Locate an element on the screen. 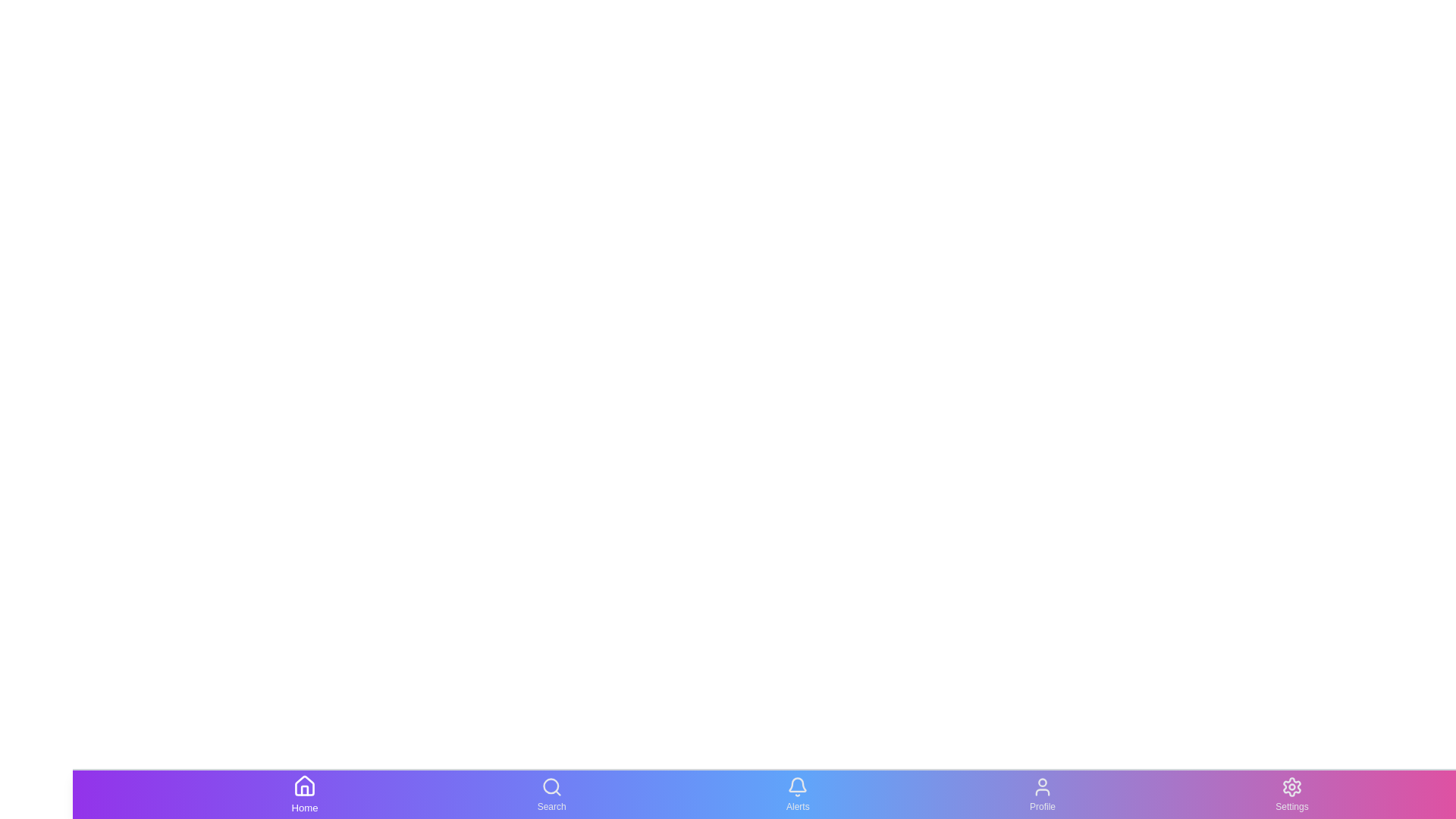 This screenshot has height=819, width=1456. the Settings icon to preview its hover effect is located at coordinates (1291, 794).